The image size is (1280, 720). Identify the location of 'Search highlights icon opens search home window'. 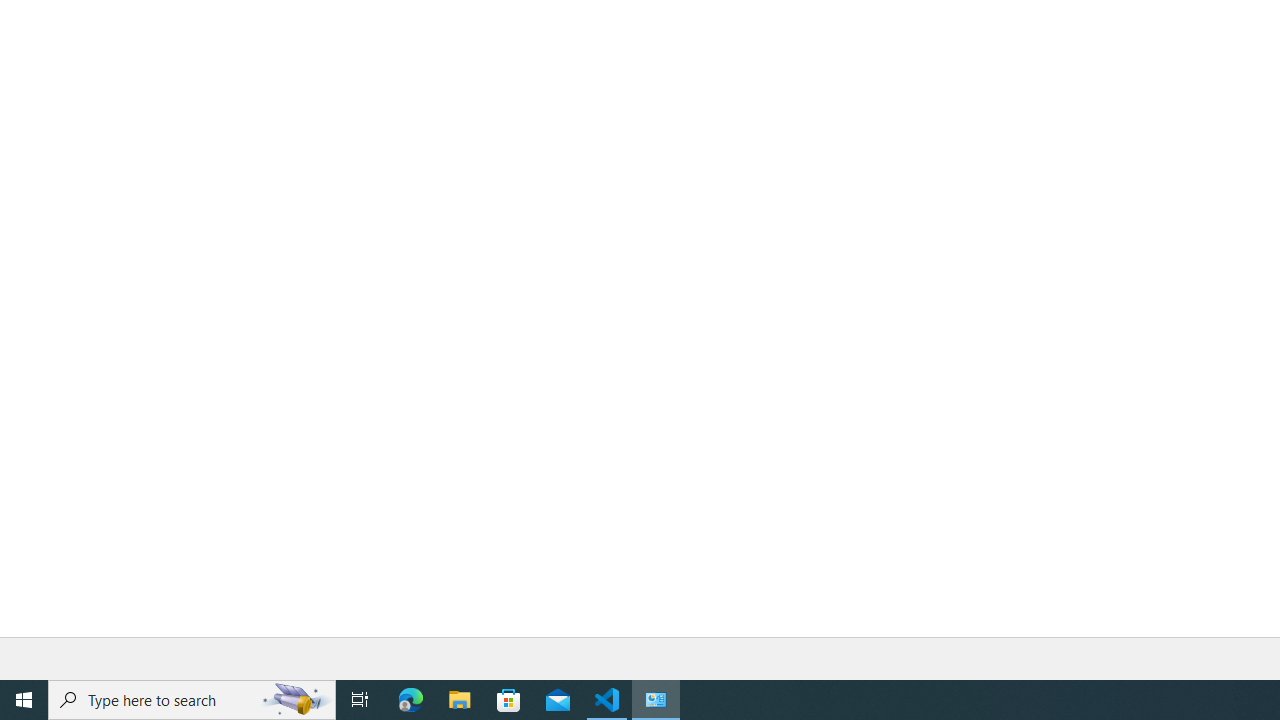
(294, 698).